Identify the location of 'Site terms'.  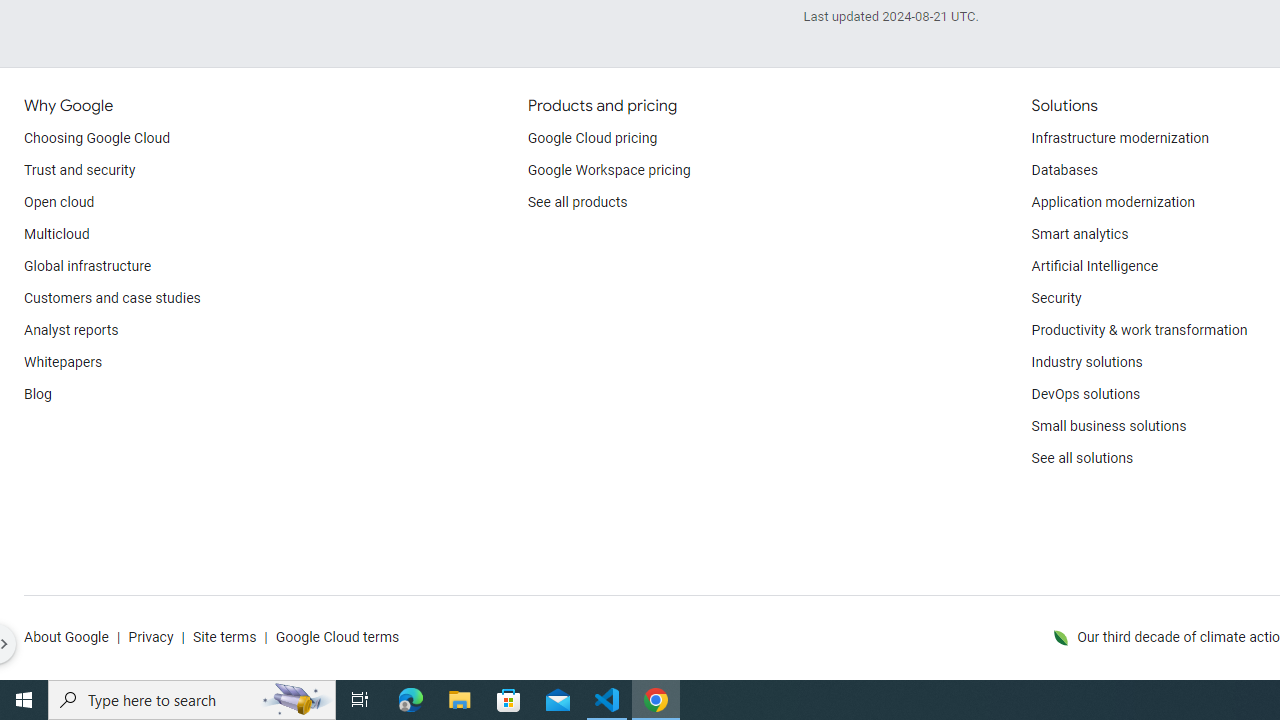
(224, 637).